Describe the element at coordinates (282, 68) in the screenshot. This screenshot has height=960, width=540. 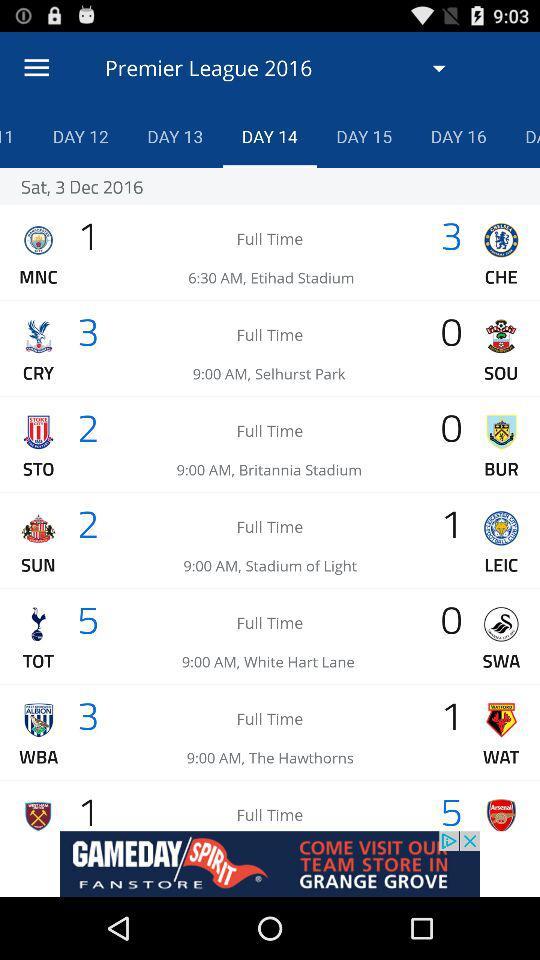
I see `the text below the navigation bar` at that location.